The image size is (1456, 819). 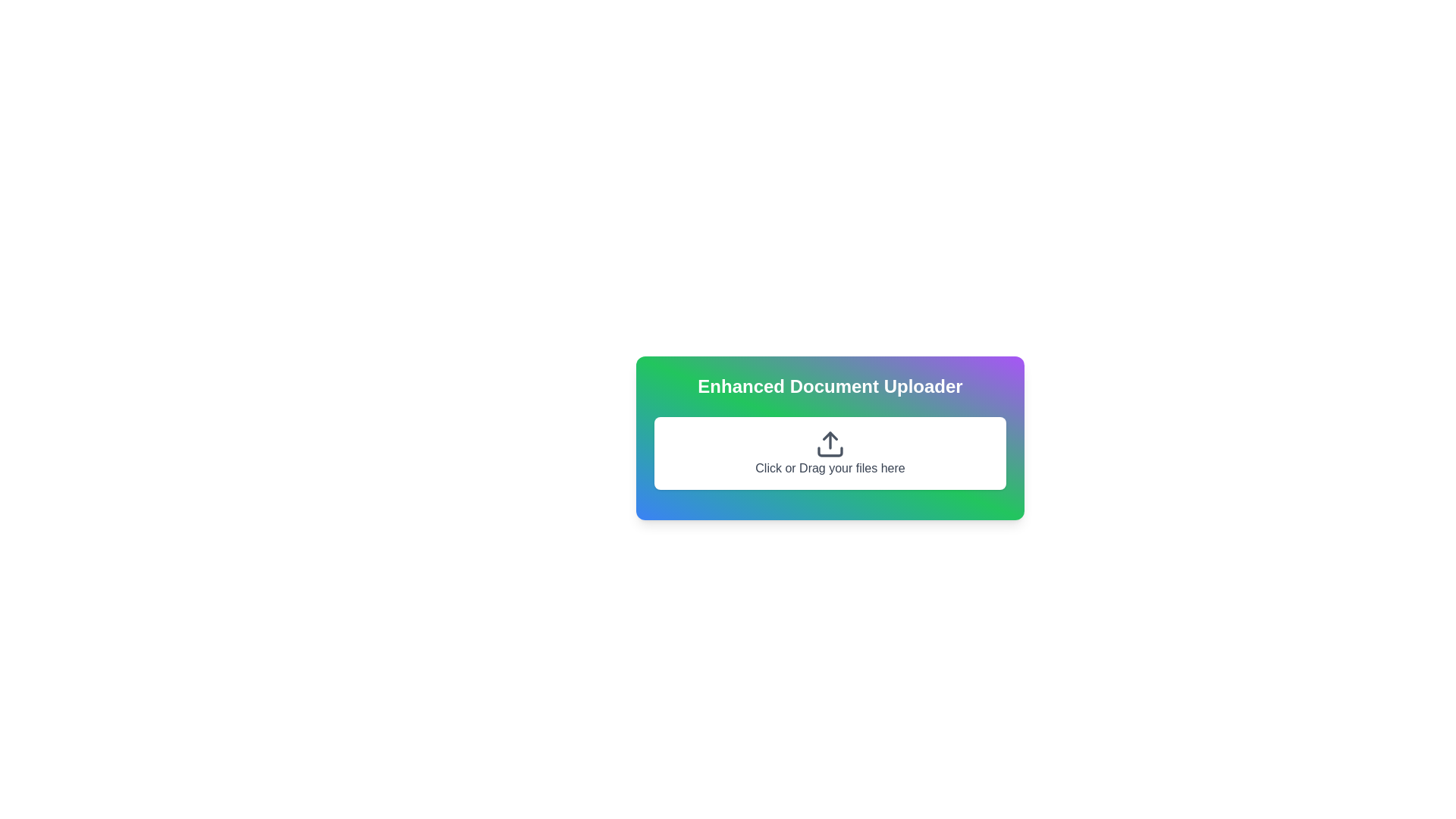 I want to click on the interactive upload area, so click(x=829, y=438).